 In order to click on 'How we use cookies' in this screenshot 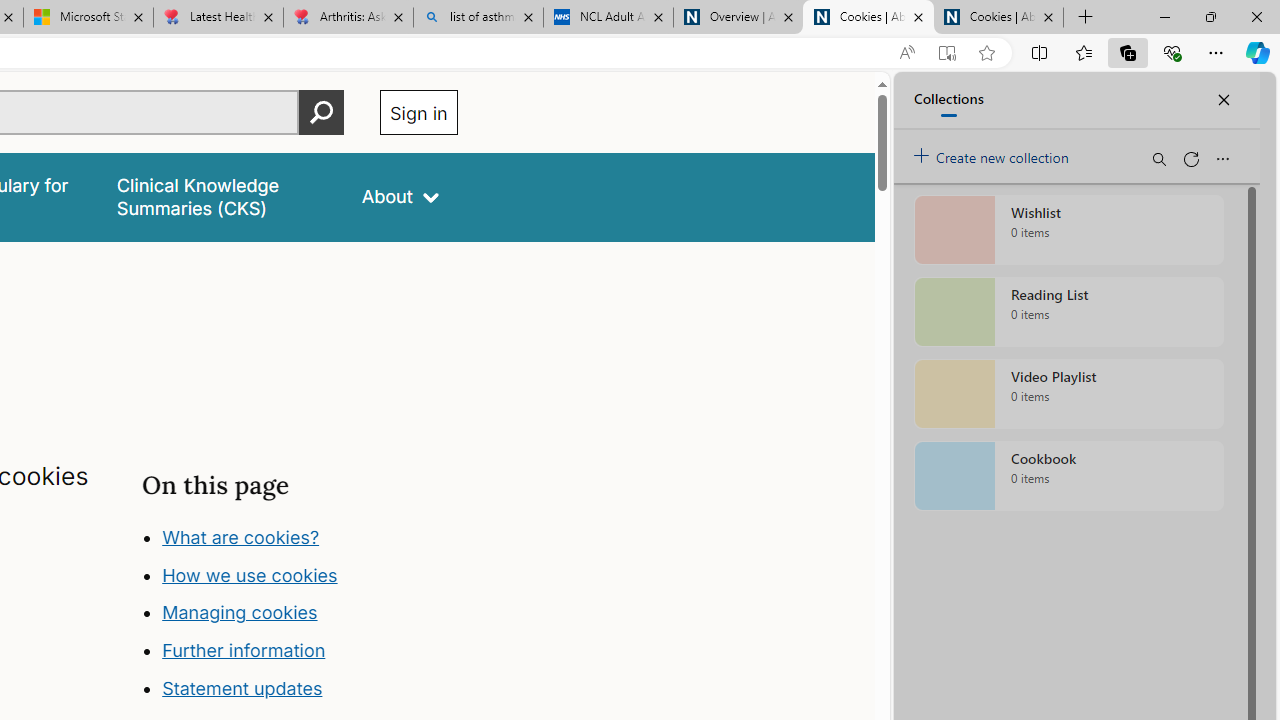, I will do `click(249, 574)`.